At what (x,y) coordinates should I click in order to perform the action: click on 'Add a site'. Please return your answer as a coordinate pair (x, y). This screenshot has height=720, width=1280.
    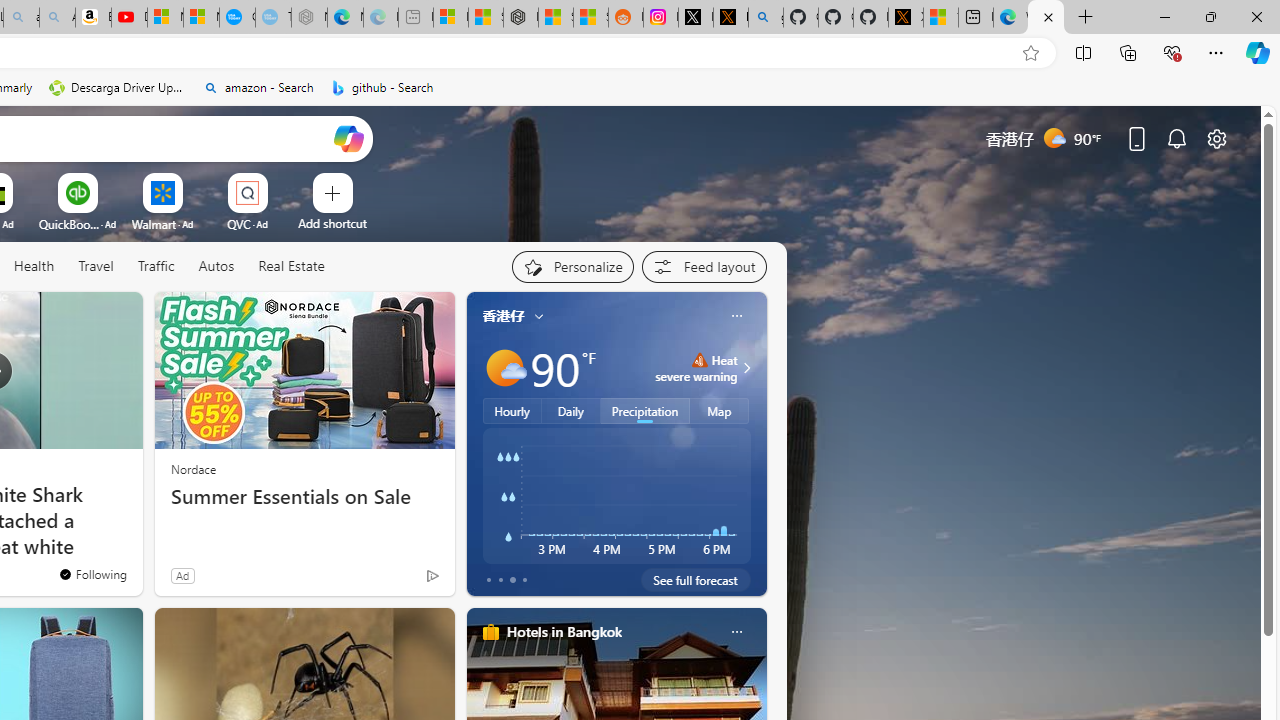
    Looking at the image, I should click on (332, 223).